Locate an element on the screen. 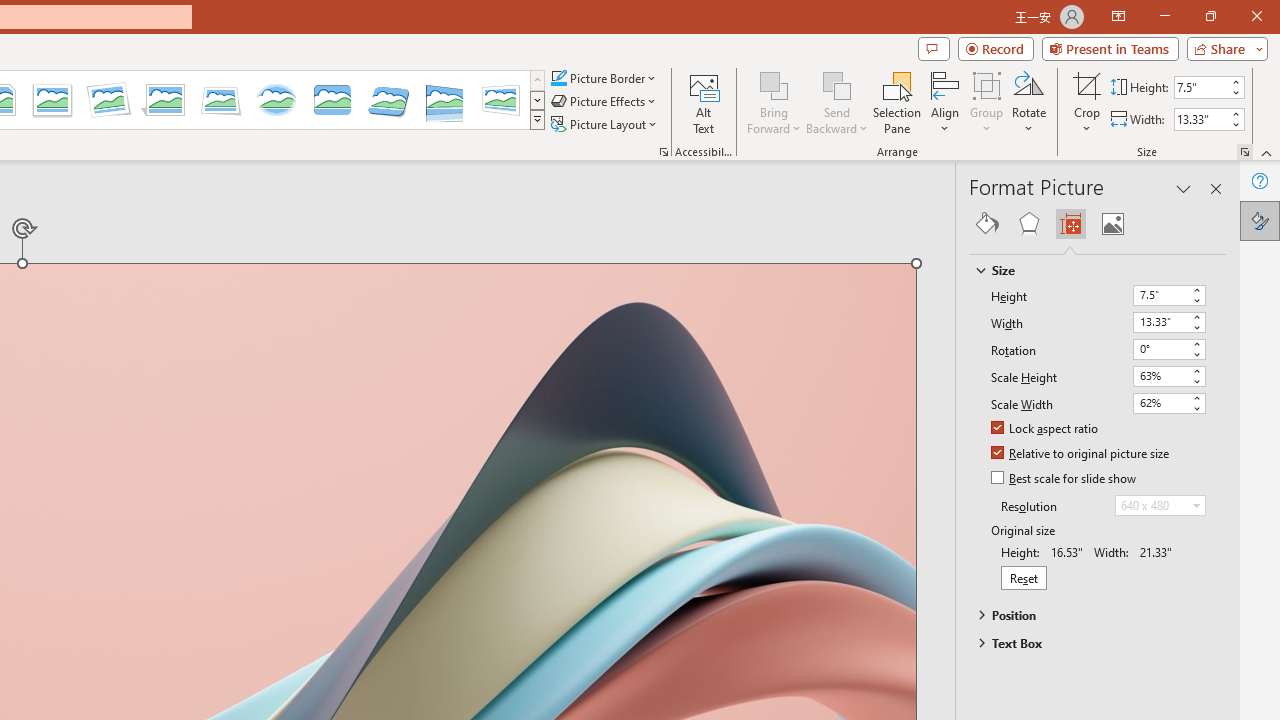 The width and height of the screenshot is (1280, 720). 'Send Backward' is located at coordinates (837, 84).